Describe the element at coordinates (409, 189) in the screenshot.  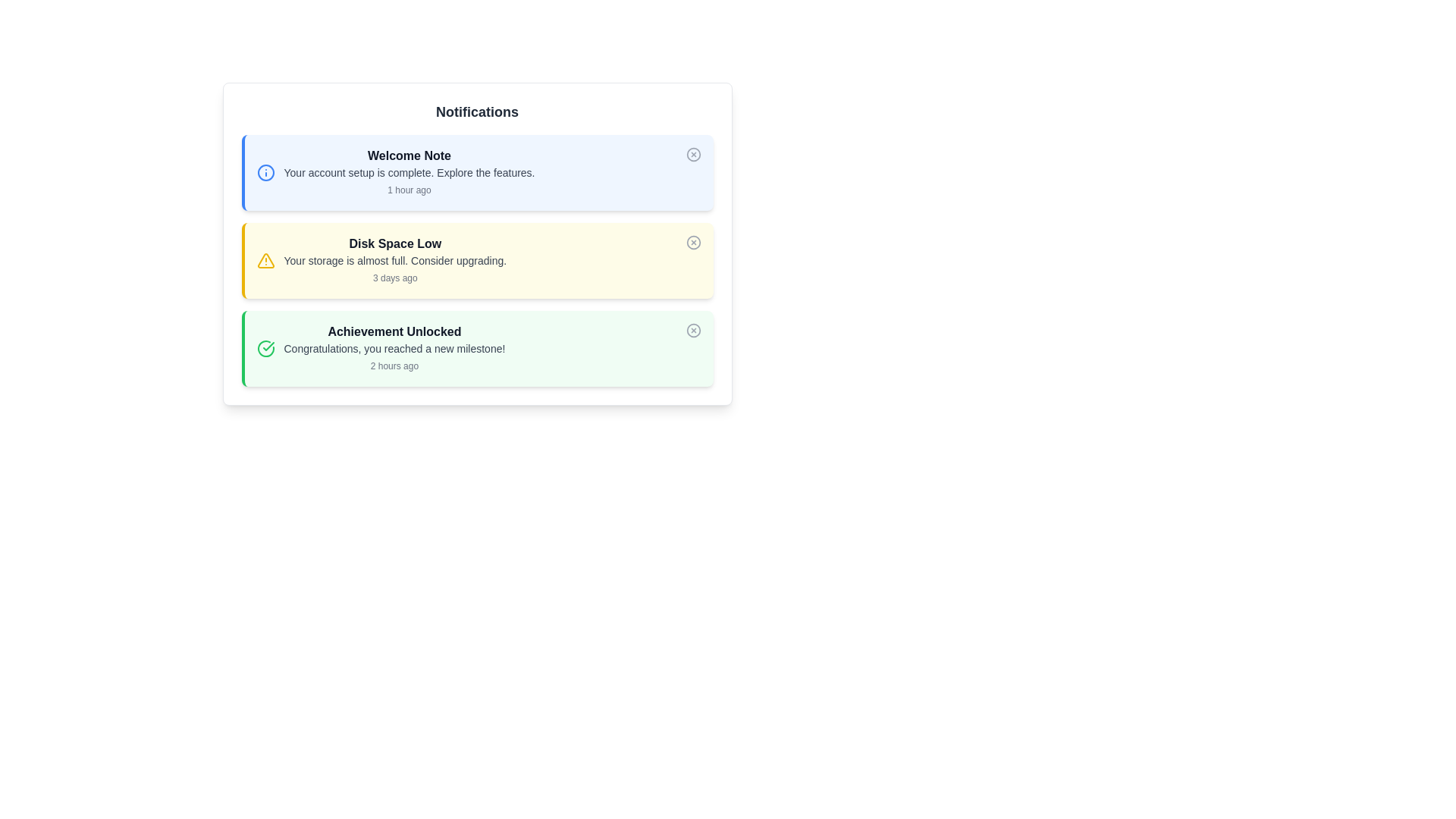
I see `the timestamp text label displaying '1 hour ago', which is located below the description 'Your account setup is complete.' in the notification card titled 'Welcome Note'` at that location.